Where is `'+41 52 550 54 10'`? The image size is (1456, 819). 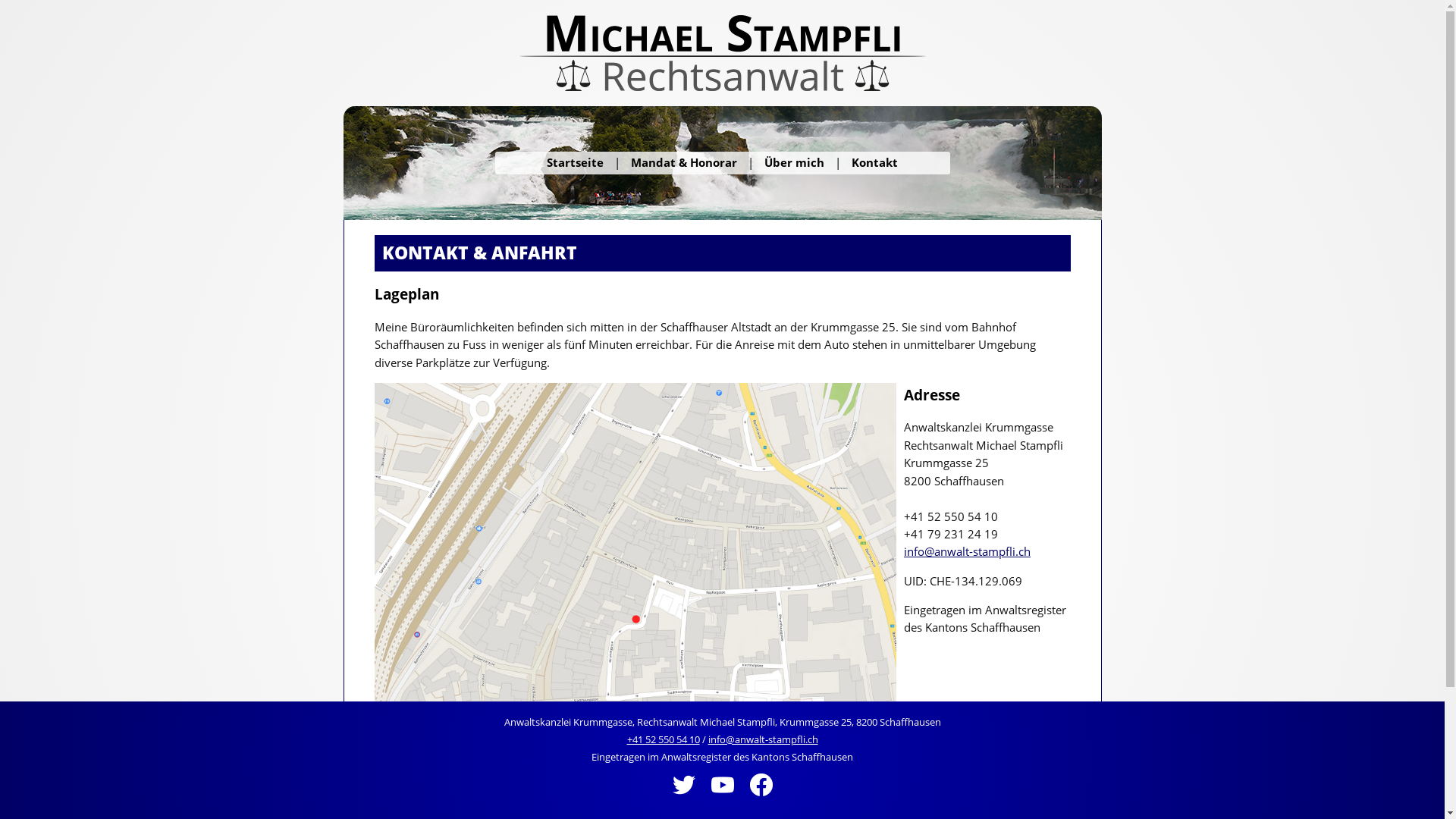
'+41 52 550 54 10' is located at coordinates (662, 739).